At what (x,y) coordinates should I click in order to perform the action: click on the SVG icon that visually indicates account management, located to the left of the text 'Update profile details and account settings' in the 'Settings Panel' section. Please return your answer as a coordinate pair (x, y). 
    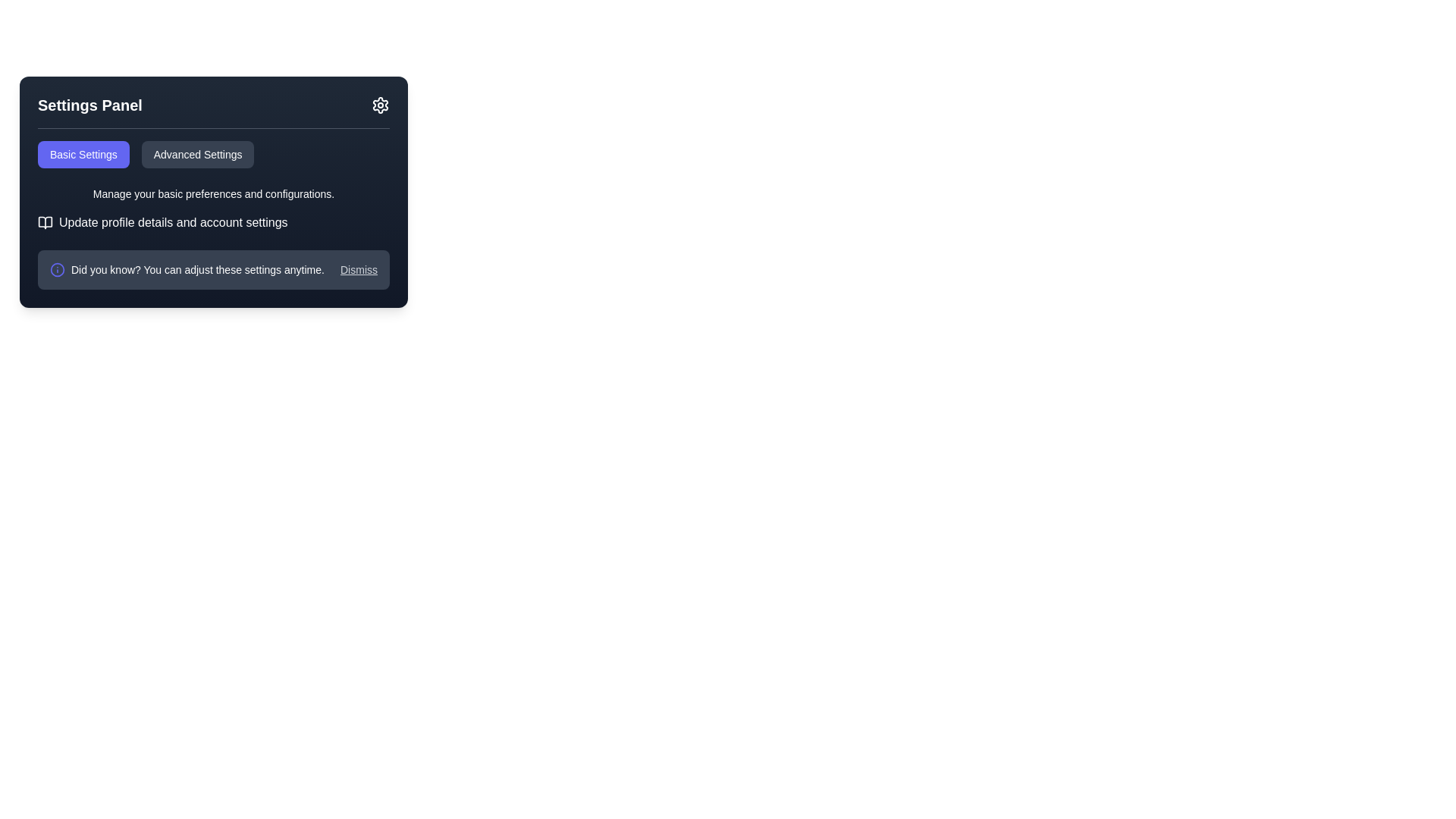
    Looking at the image, I should click on (45, 222).